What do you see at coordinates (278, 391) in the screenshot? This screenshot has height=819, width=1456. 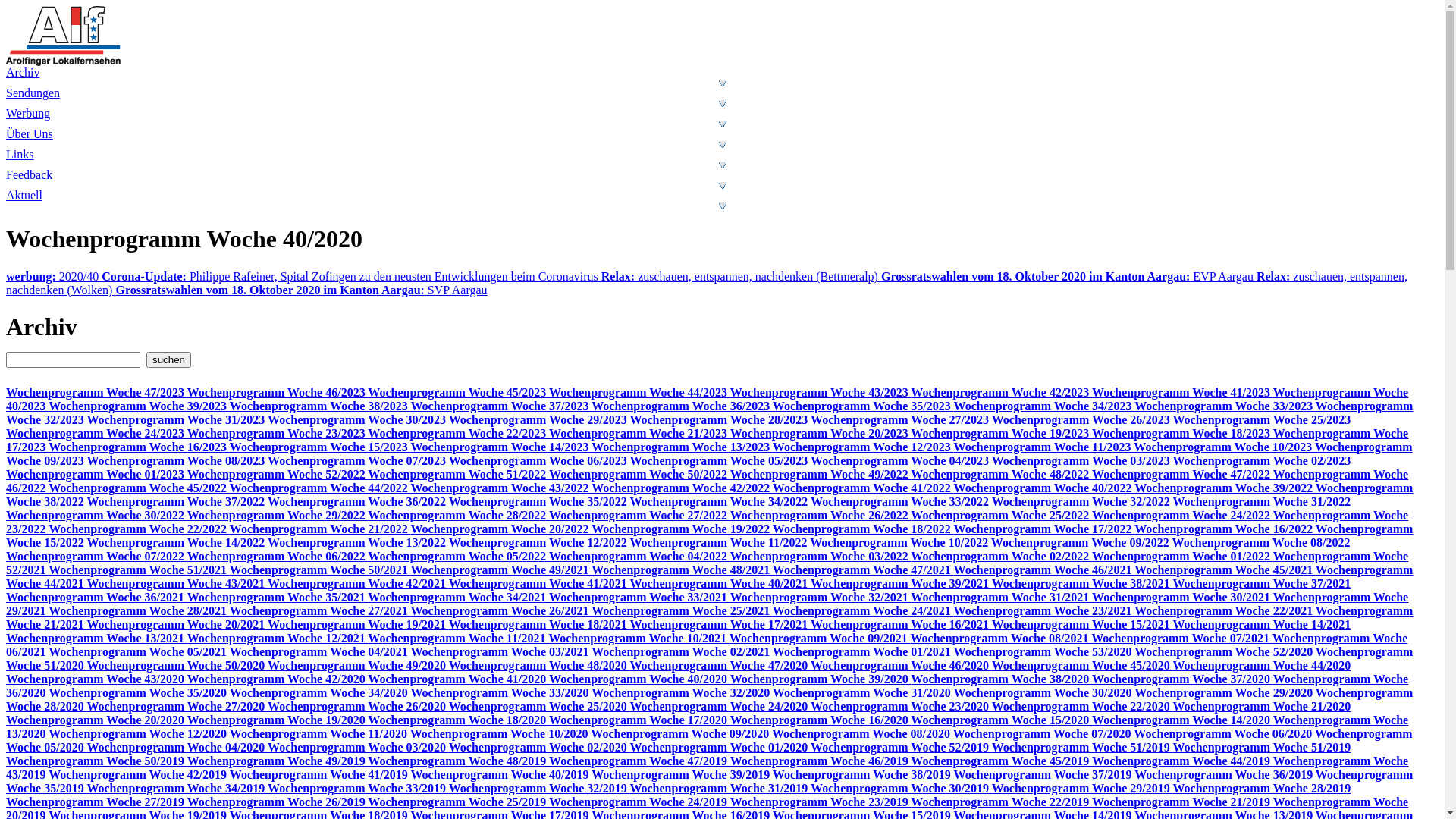 I see `'Wochenprogramm Woche 46/2023'` at bounding box center [278, 391].